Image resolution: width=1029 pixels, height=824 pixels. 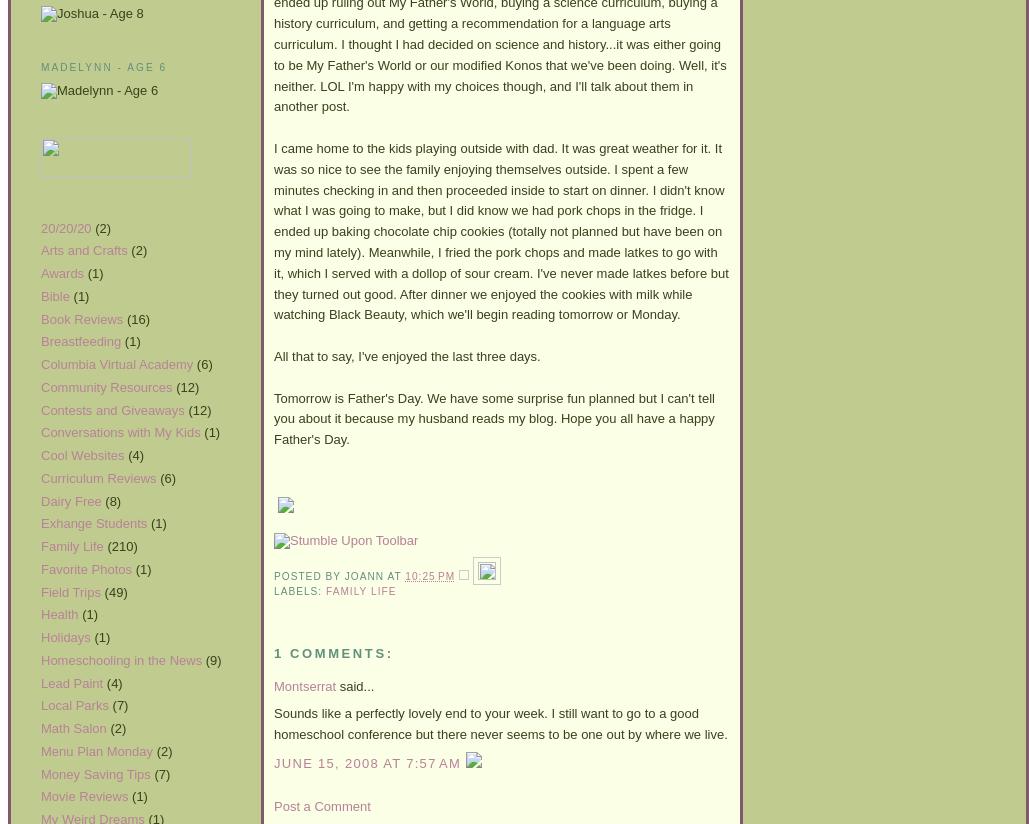 What do you see at coordinates (65, 636) in the screenshot?
I see `'Holidays'` at bounding box center [65, 636].